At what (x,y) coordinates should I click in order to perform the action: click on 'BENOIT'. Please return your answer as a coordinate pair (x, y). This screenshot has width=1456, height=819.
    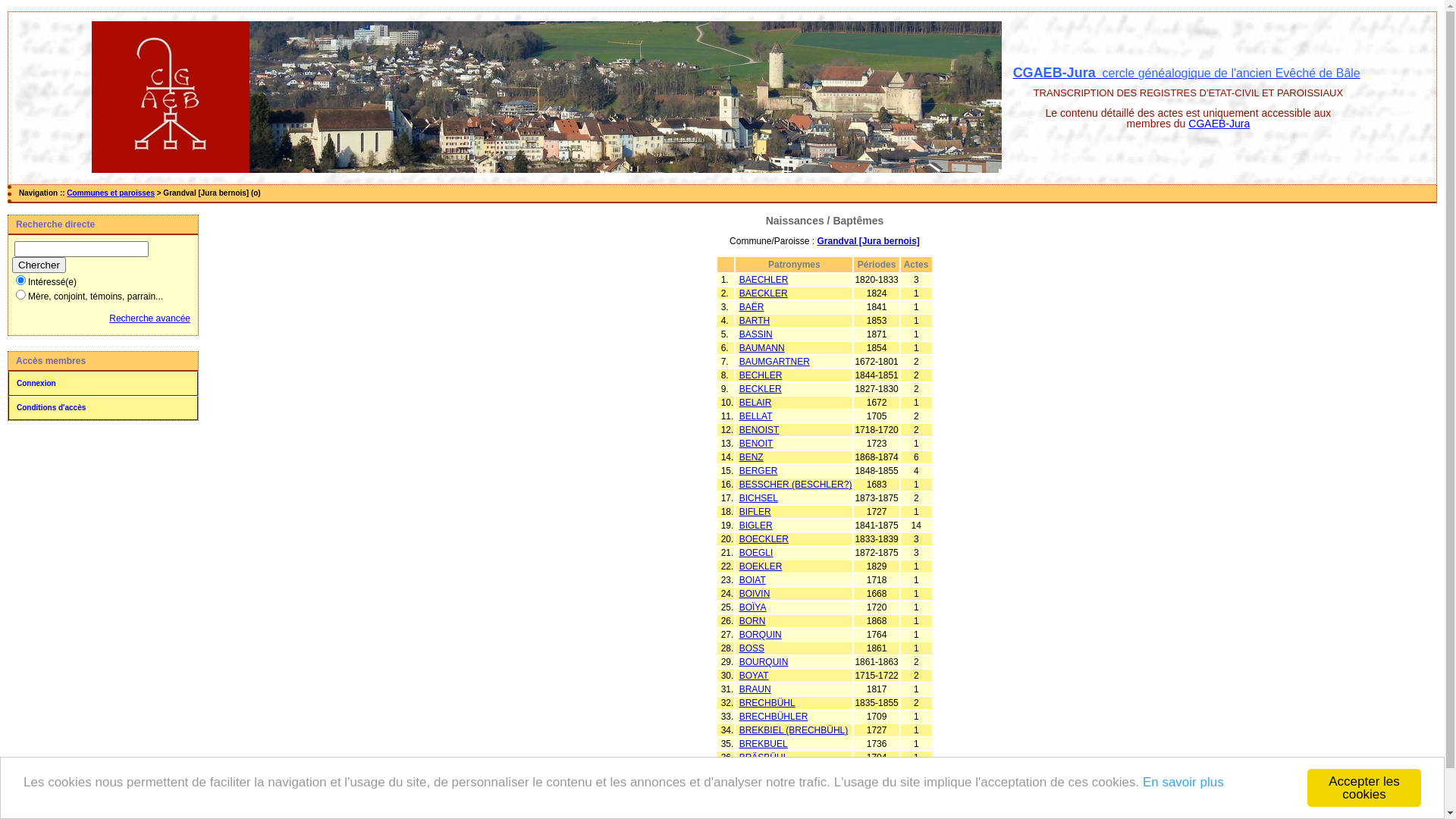
    Looking at the image, I should click on (756, 444).